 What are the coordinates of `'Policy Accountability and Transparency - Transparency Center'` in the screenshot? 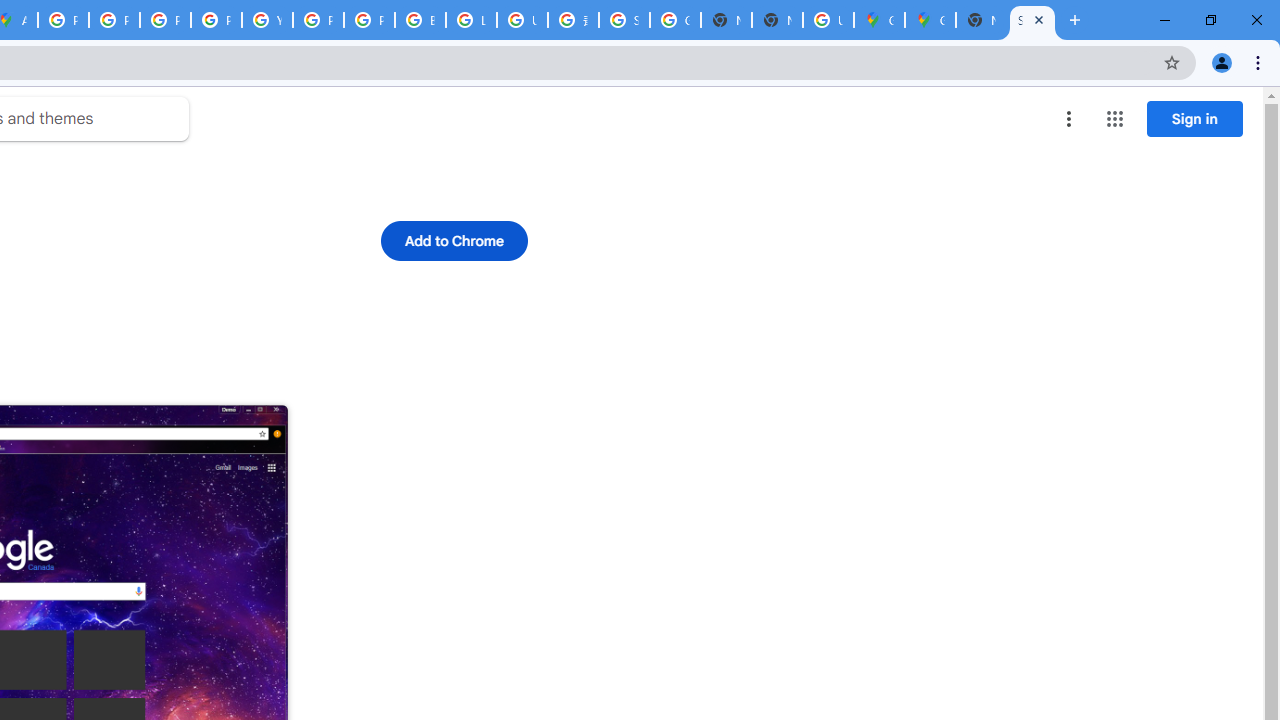 It's located at (64, 20).